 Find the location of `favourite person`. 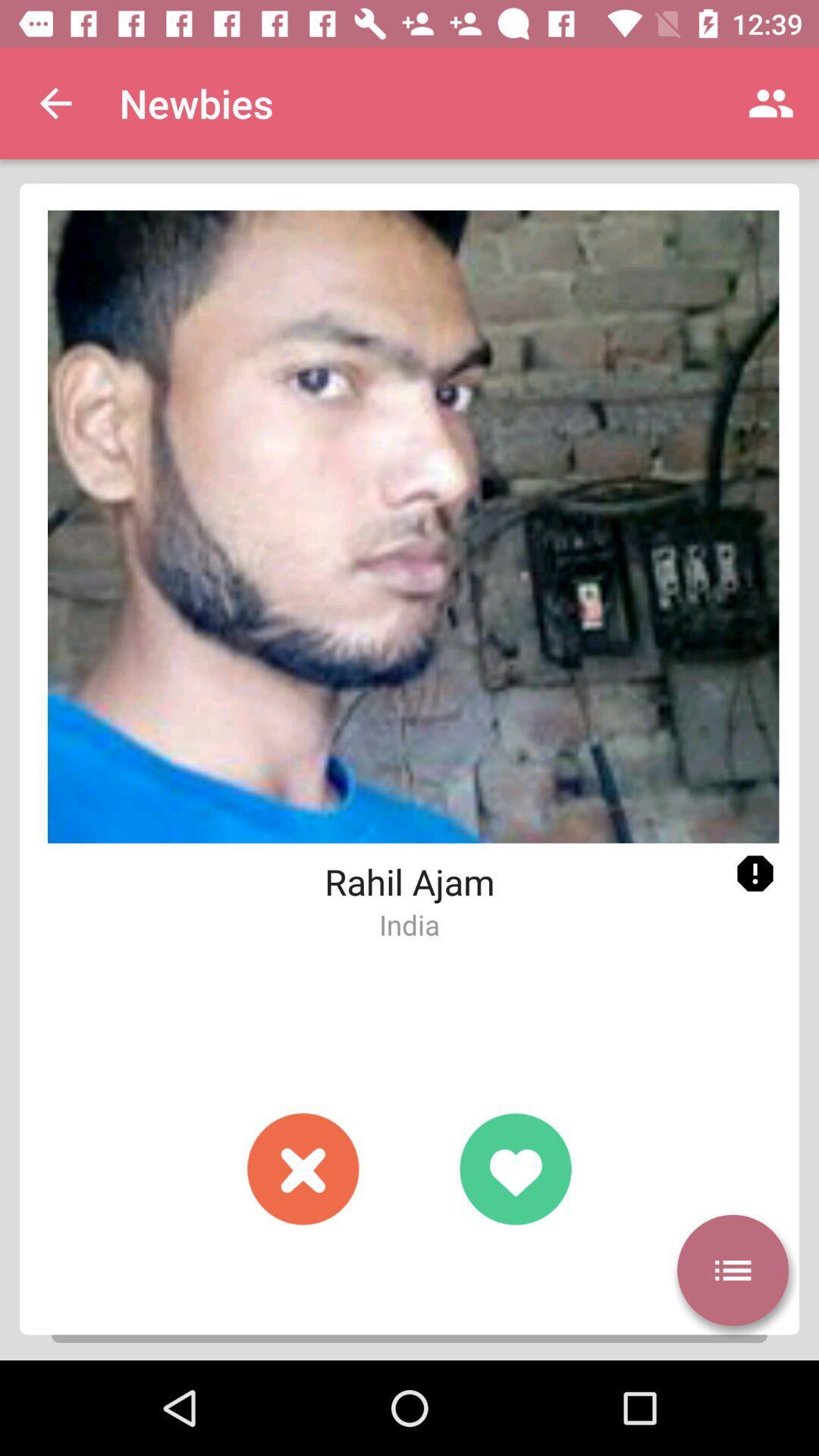

favourite person is located at coordinates (514, 1168).